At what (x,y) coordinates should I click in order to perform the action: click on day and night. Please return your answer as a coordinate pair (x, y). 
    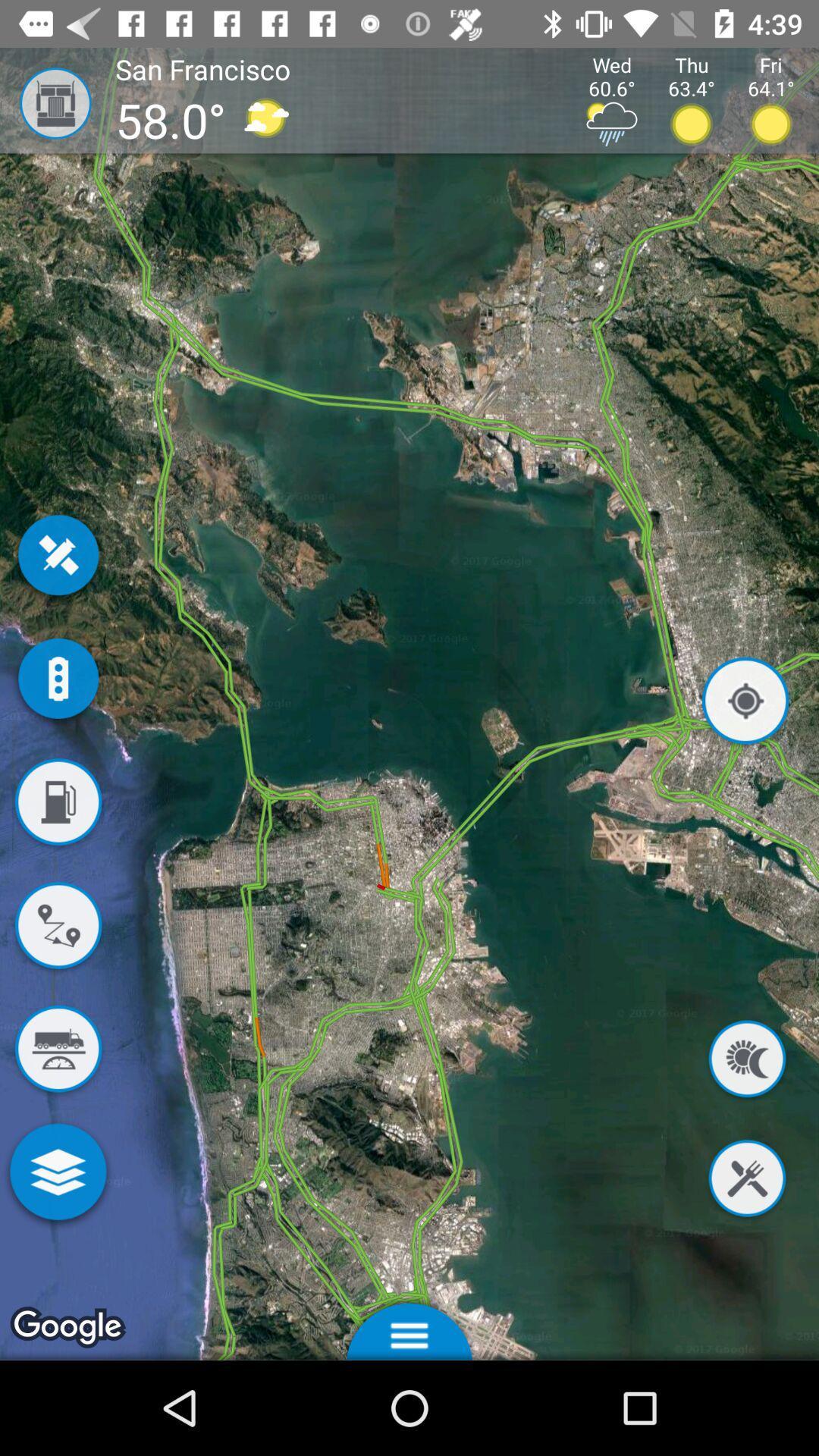
    Looking at the image, I should click on (746, 1061).